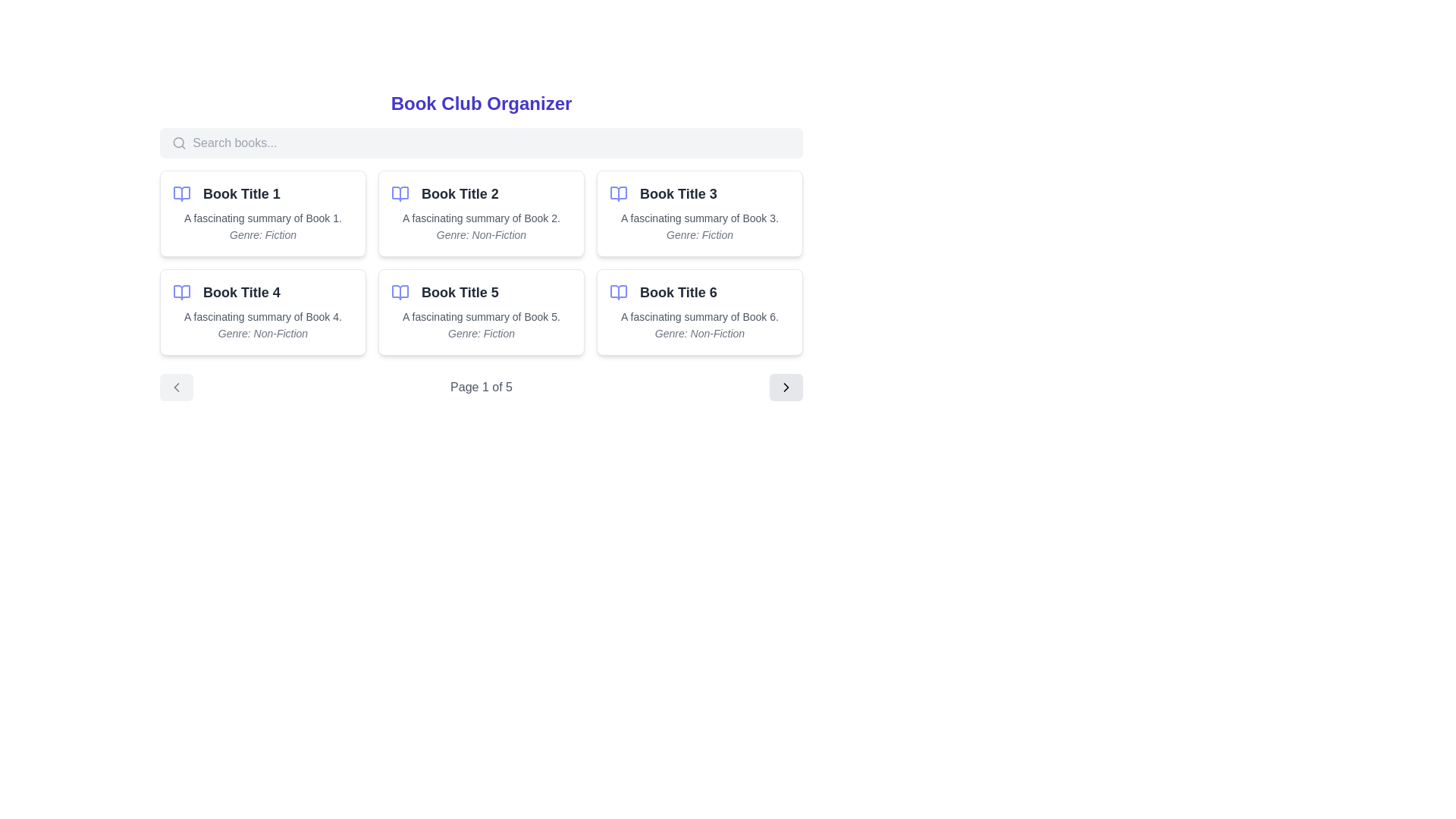 The width and height of the screenshot is (1456, 819). I want to click on the navigation icon located inside the button at the bottom-left of the content section, so click(177, 386).